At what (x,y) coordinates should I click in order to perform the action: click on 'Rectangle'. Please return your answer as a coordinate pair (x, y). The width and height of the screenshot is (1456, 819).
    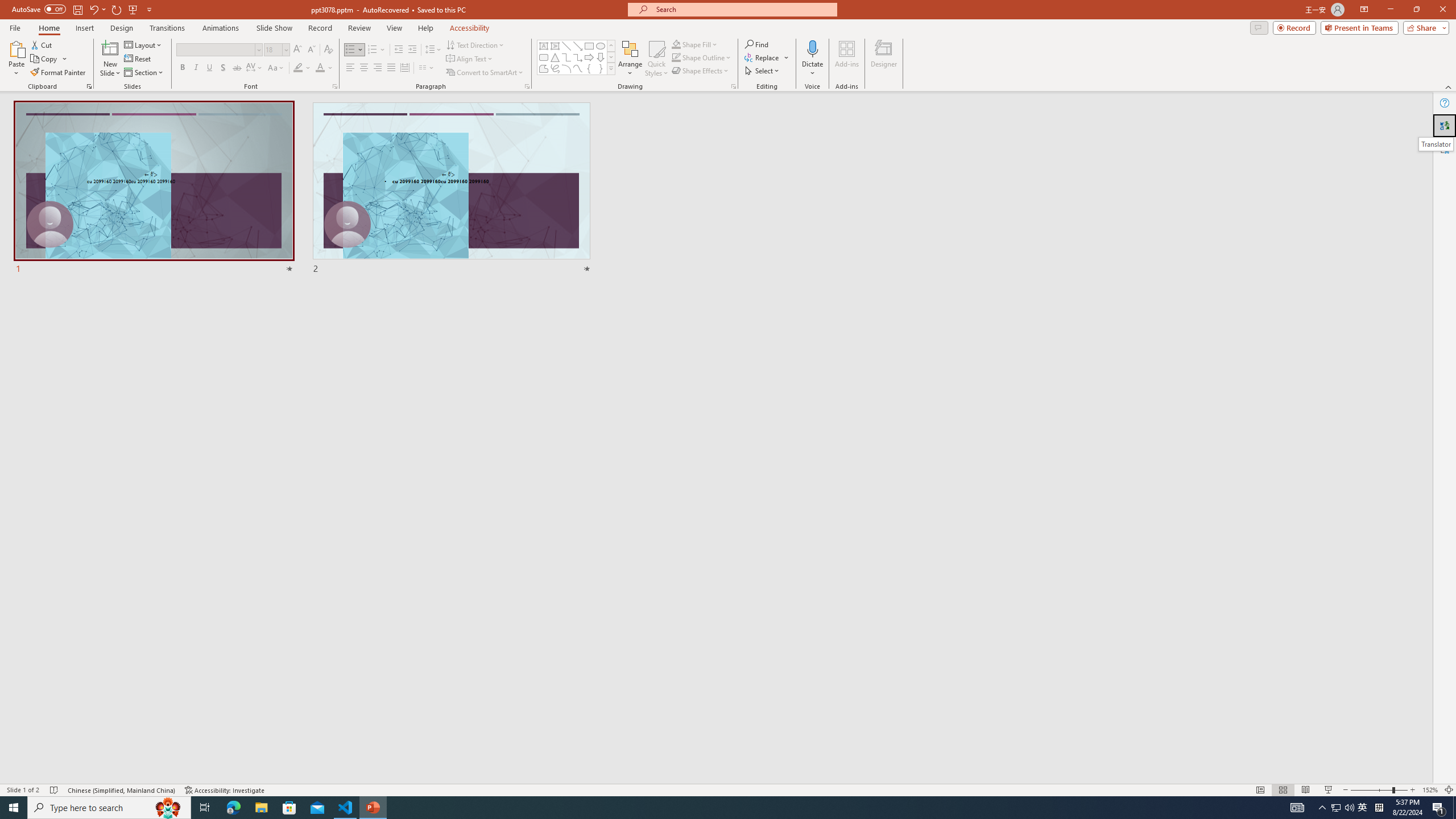
    Looking at the image, I should click on (589, 45).